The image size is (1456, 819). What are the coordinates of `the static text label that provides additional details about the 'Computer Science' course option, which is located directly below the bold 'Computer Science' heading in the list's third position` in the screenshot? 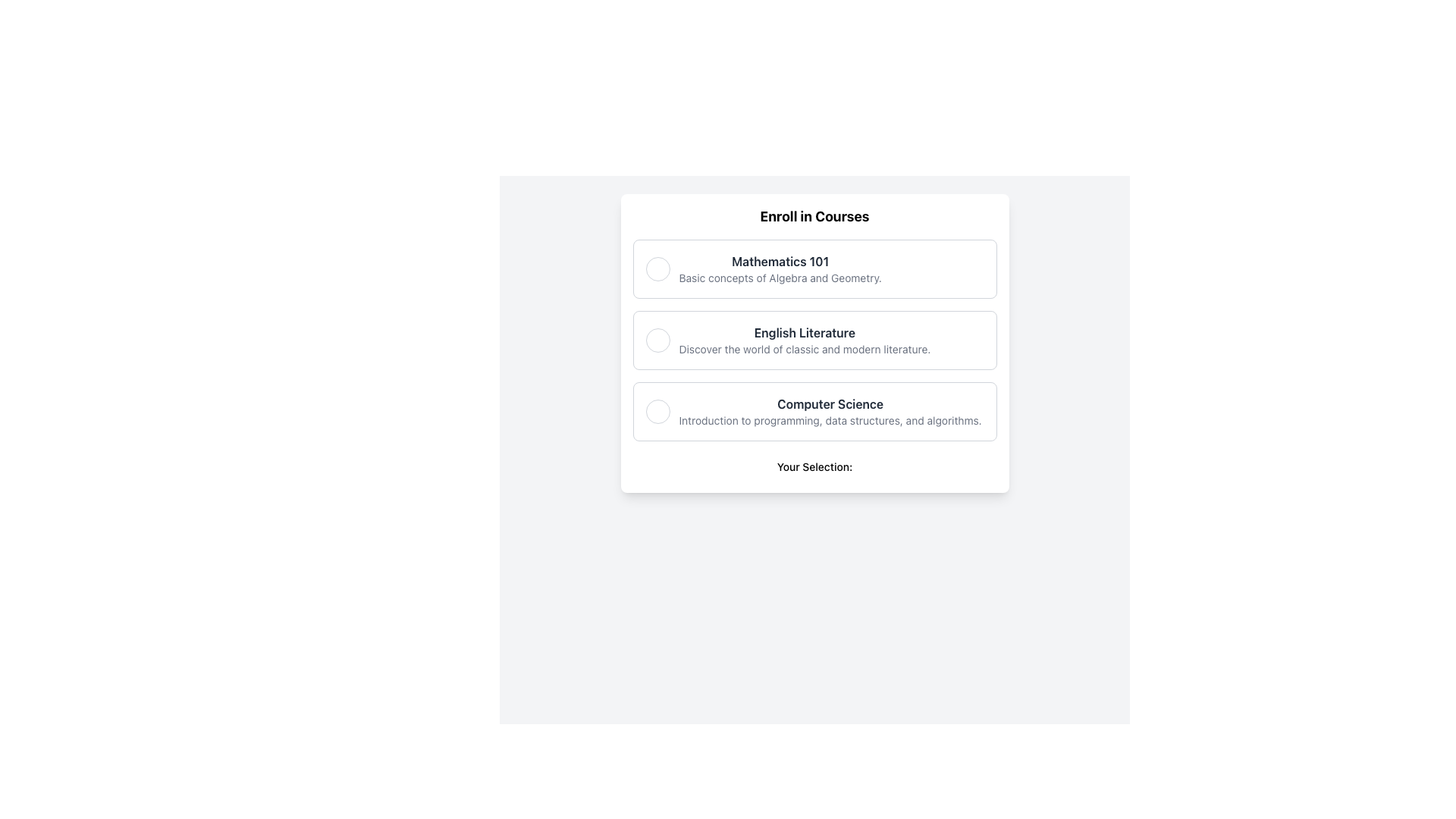 It's located at (830, 421).